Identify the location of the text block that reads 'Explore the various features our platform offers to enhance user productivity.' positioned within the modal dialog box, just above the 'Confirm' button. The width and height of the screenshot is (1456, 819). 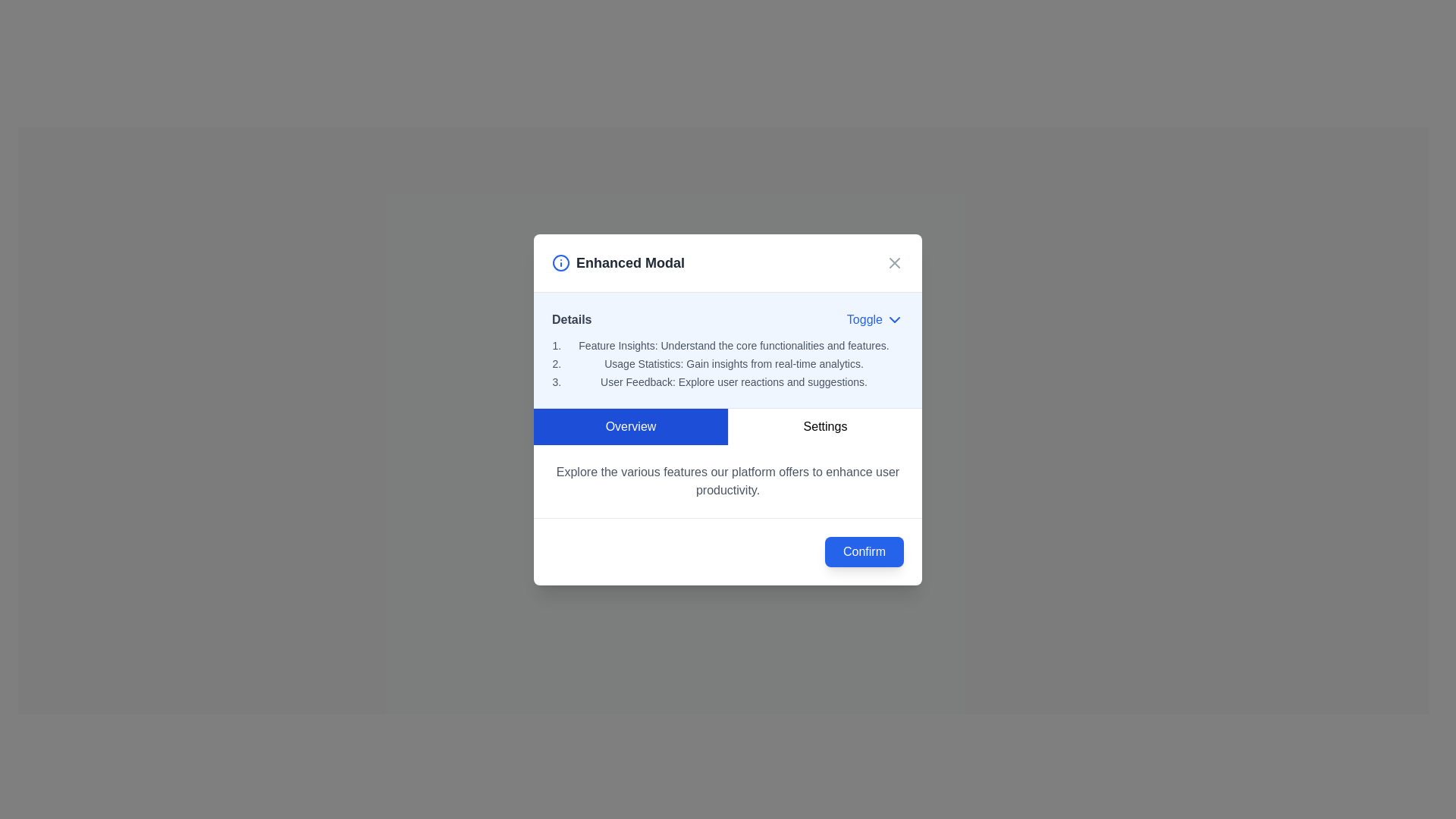
(728, 481).